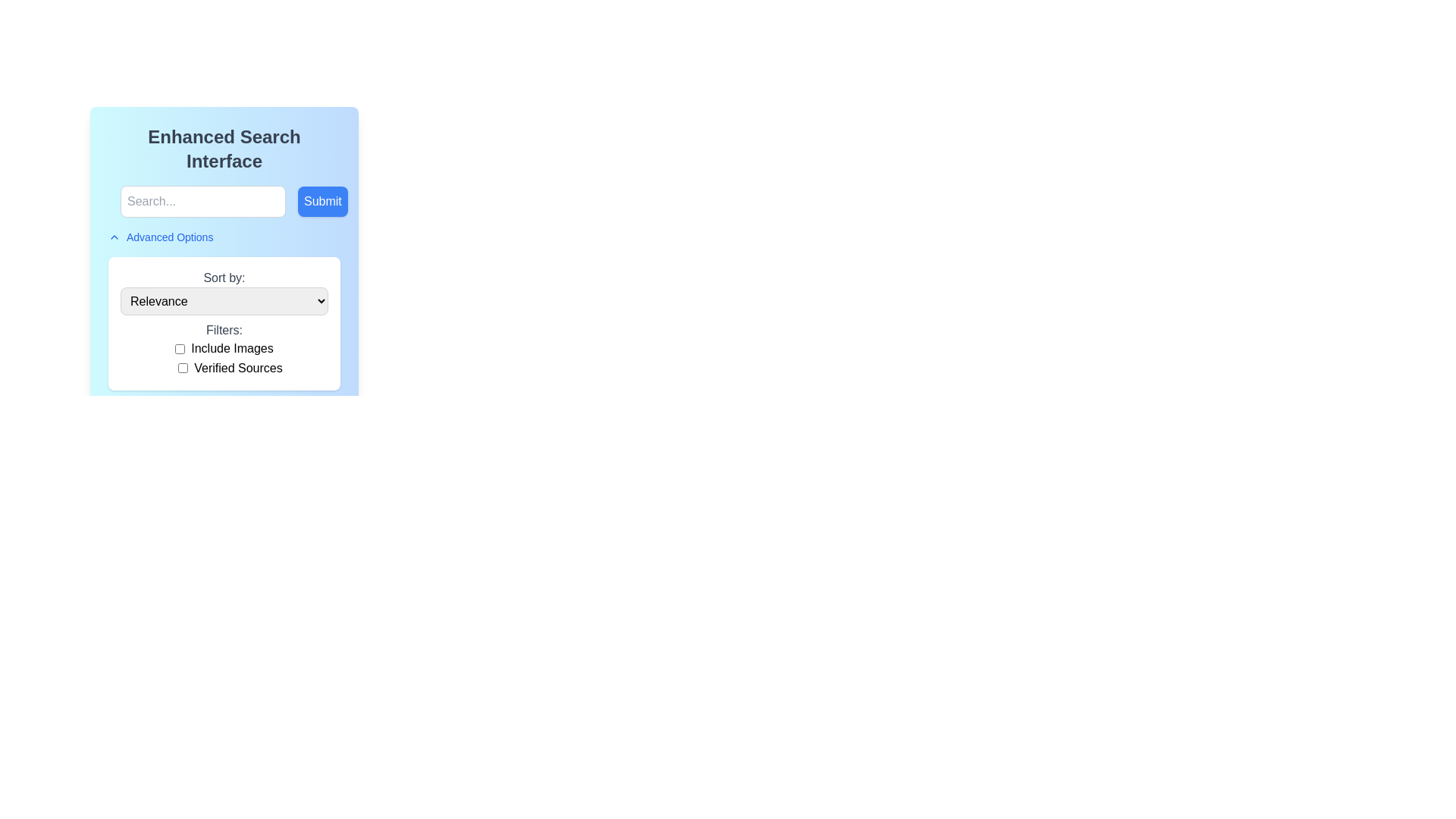  What do you see at coordinates (161, 237) in the screenshot?
I see `the 'Advanced Options' interactive hyperlink using keyboard navigation` at bounding box center [161, 237].